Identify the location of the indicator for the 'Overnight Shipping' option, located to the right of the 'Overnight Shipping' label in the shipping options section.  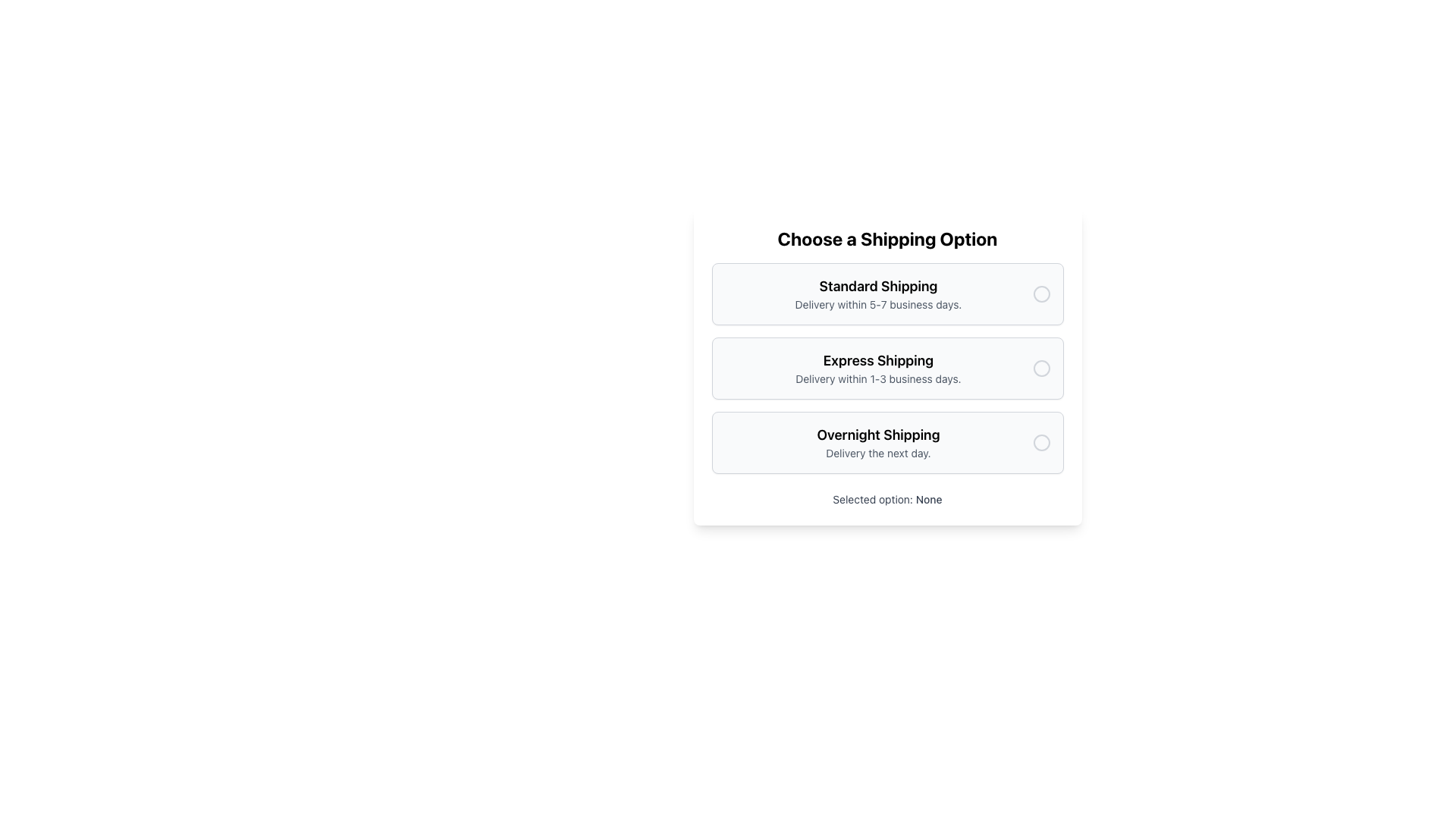
(1040, 442).